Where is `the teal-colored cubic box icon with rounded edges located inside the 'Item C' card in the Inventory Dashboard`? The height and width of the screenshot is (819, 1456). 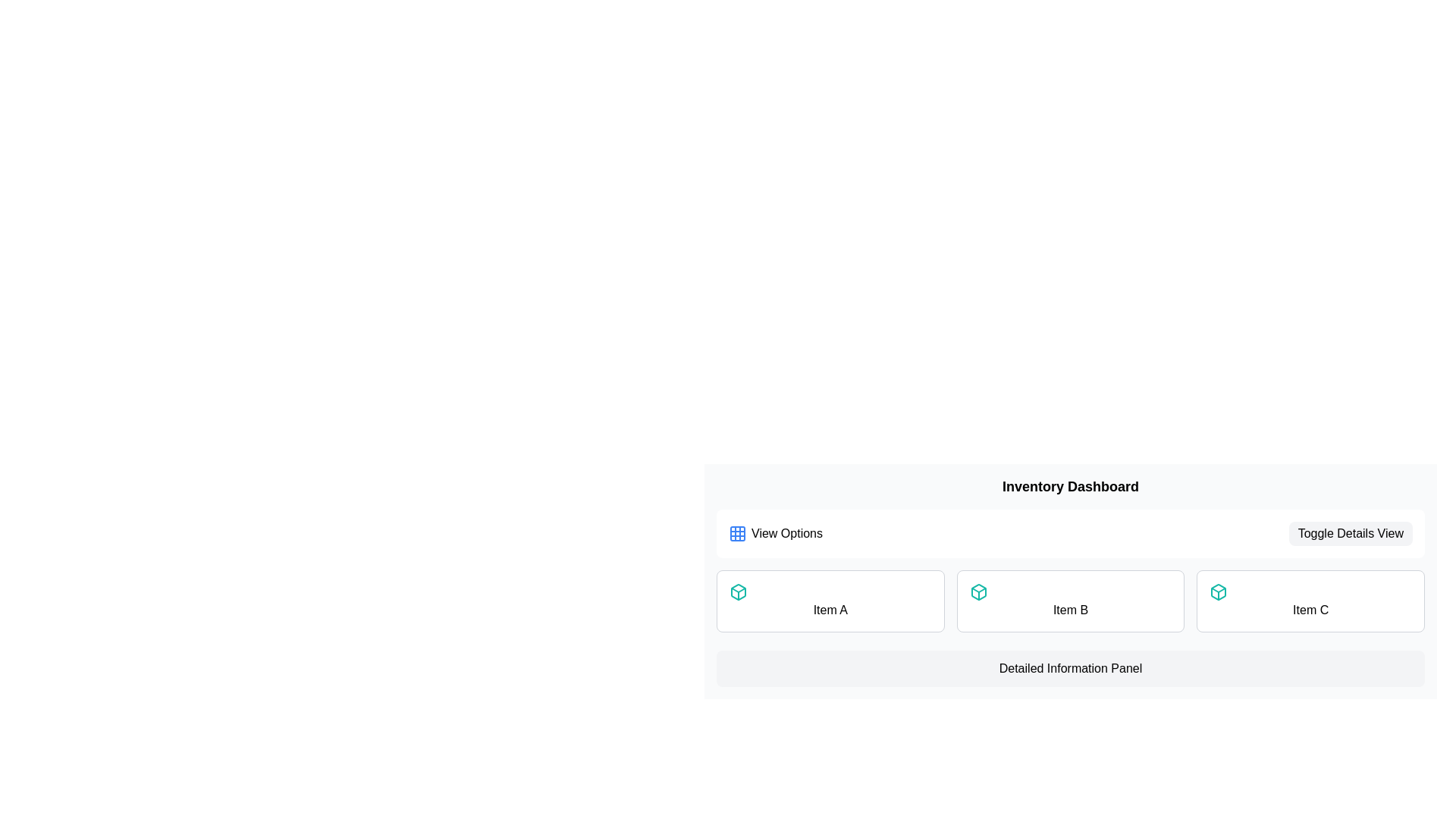
the teal-colored cubic box icon with rounded edges located inside the 'Item C' card in the Inventory Dashboard is located at coordinates (1219, 591).